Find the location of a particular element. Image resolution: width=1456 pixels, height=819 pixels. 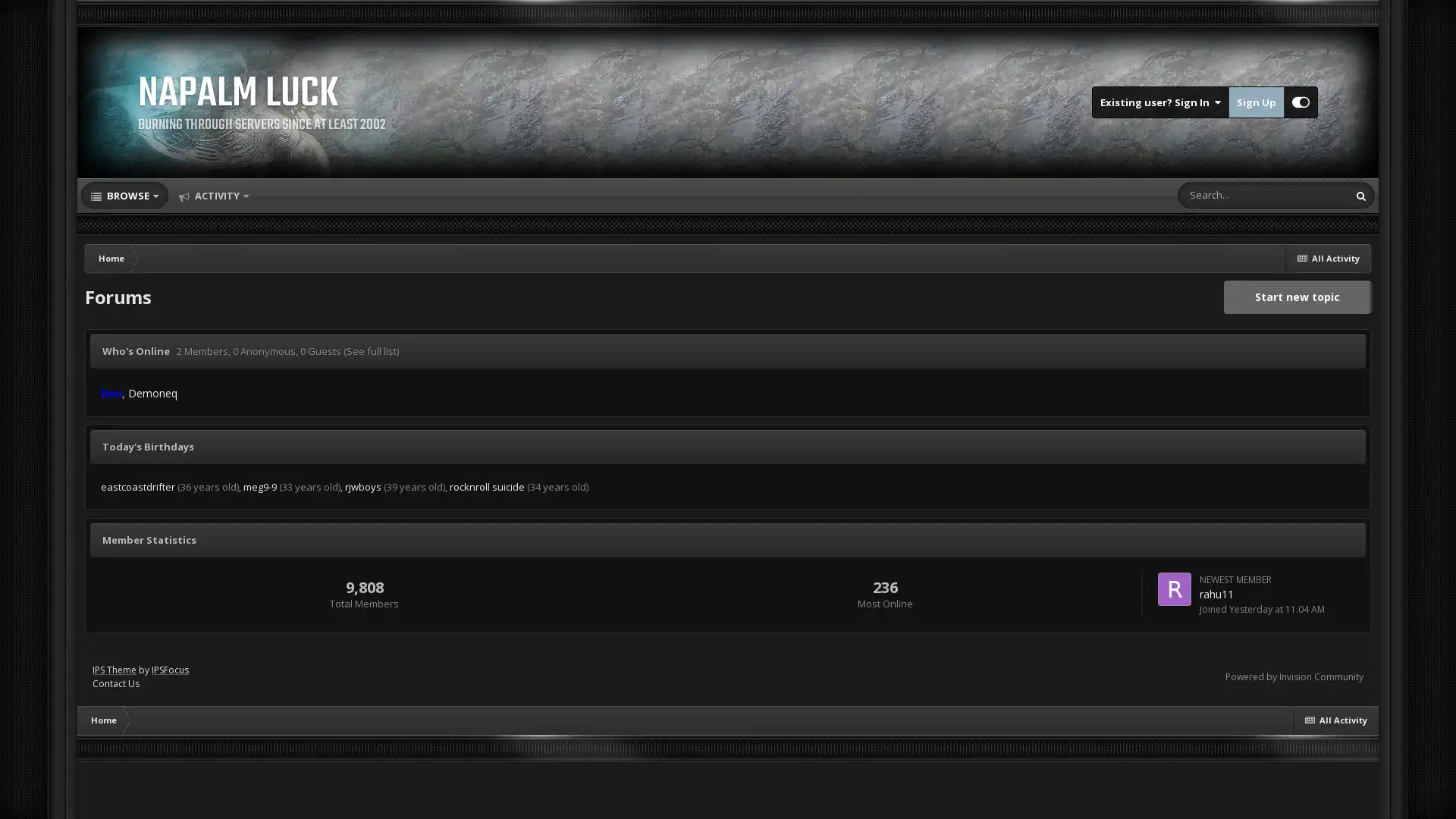

Search is located at coordinates (1361, 195).